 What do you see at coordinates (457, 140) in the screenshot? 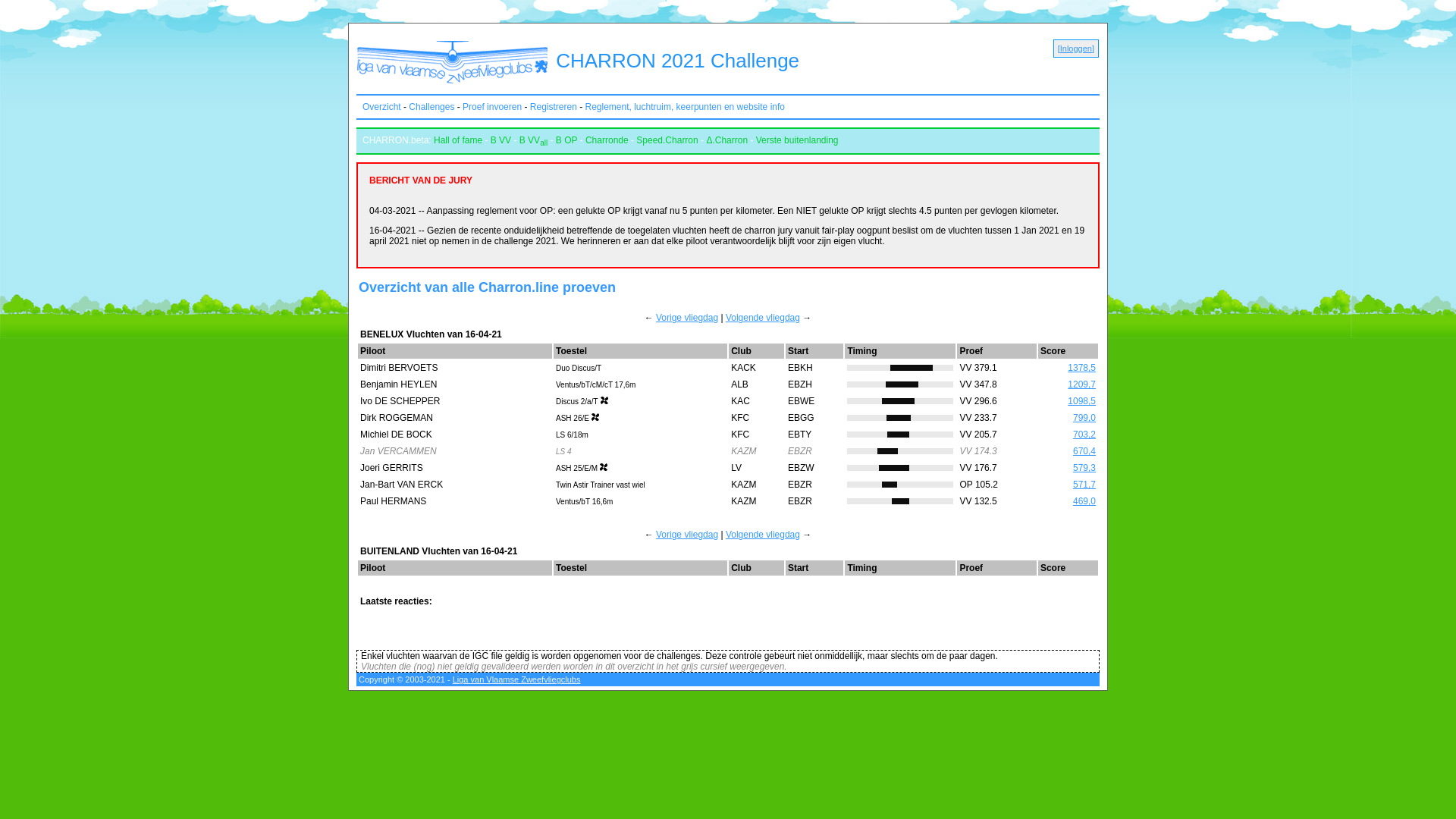
I see `'Hall of fame'` at bounding box center [457, 140].